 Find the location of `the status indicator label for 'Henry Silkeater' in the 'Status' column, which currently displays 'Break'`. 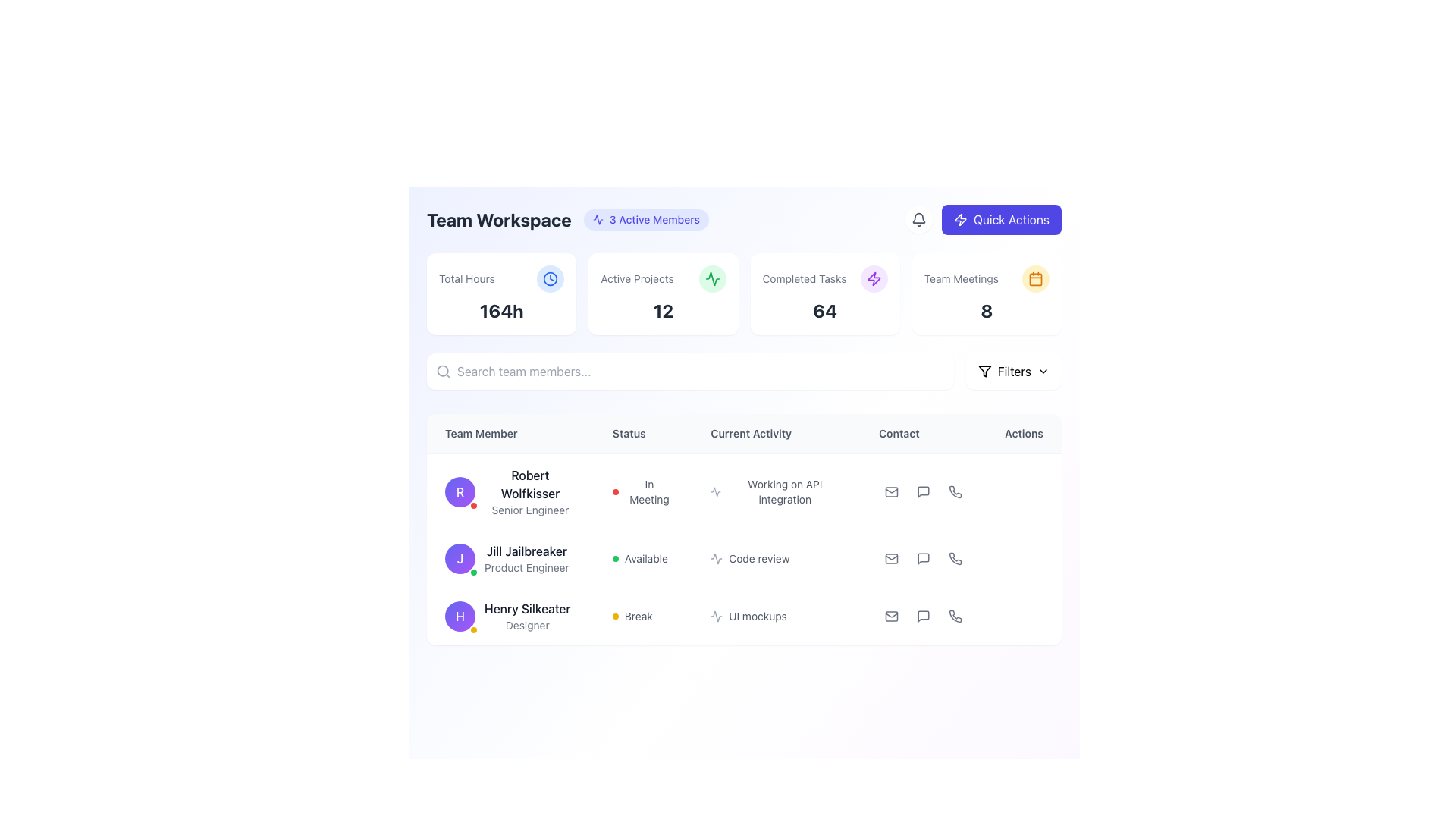

the status indicator label for 'Henry Silkeater' in the 'Status' column, which currently displays 'Break' is located at coordinates (643, 617).